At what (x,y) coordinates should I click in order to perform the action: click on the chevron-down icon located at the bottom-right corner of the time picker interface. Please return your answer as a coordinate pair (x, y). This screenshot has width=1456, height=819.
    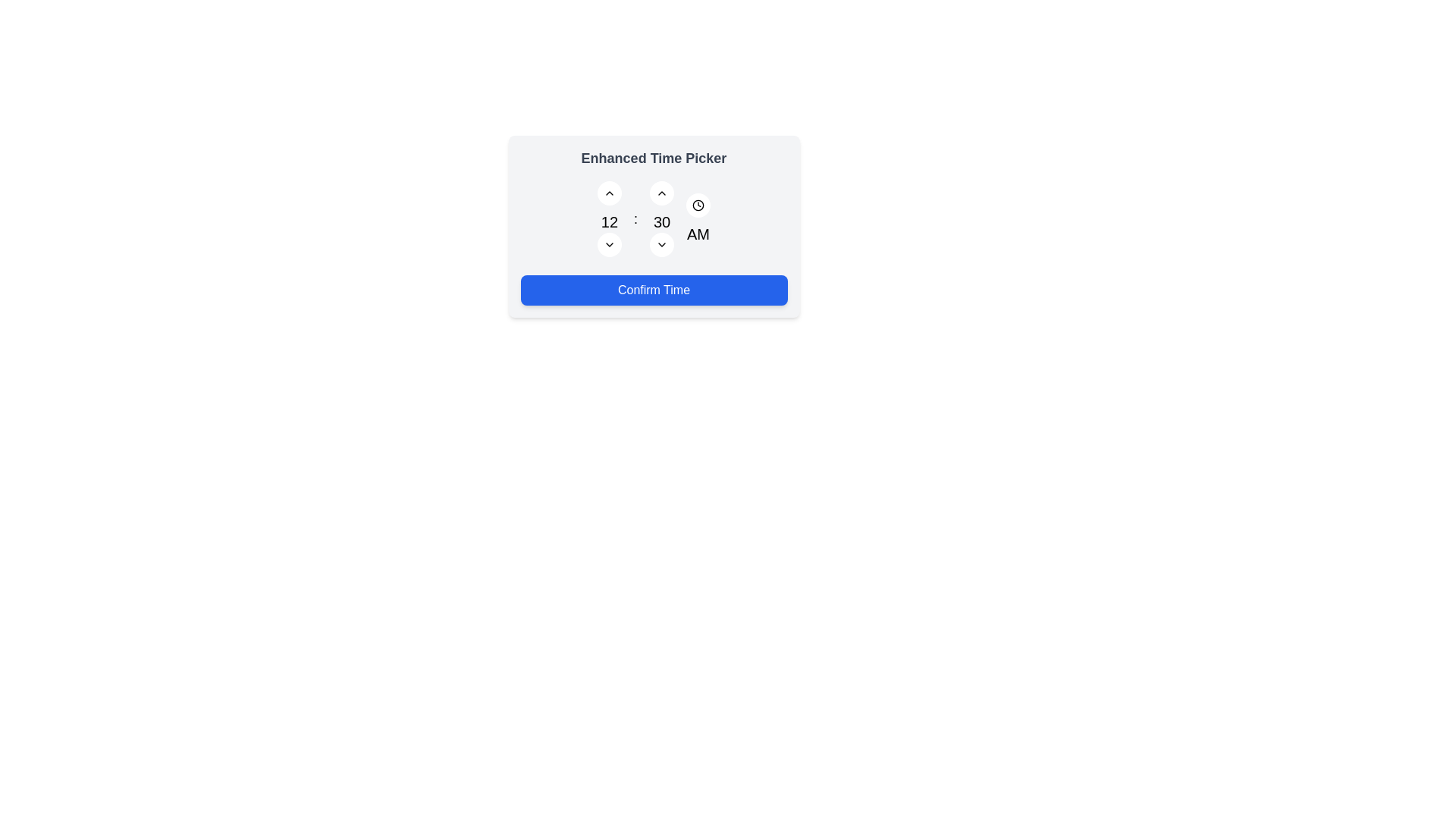
    Looking at the image, I should click on (662, 244).